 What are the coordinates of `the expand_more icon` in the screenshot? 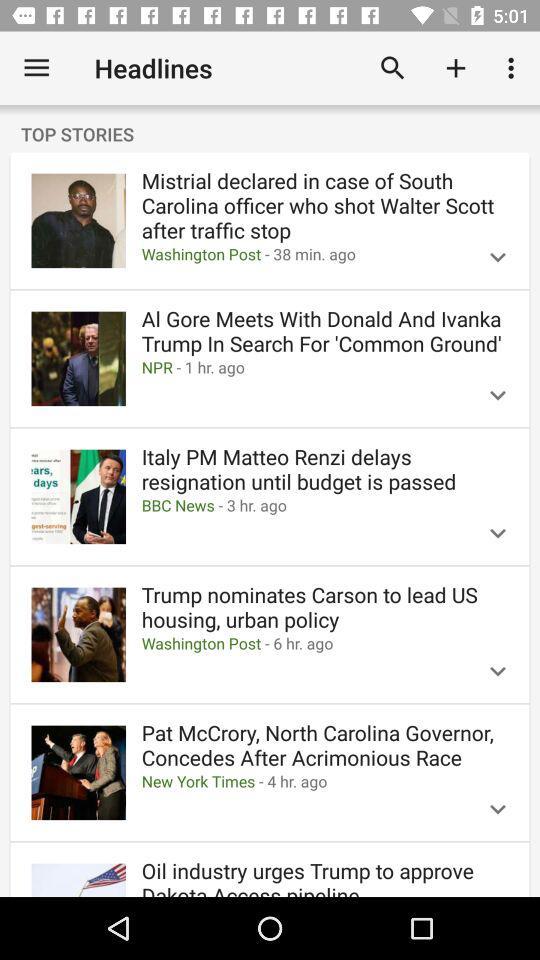 It's located at (496, 256).